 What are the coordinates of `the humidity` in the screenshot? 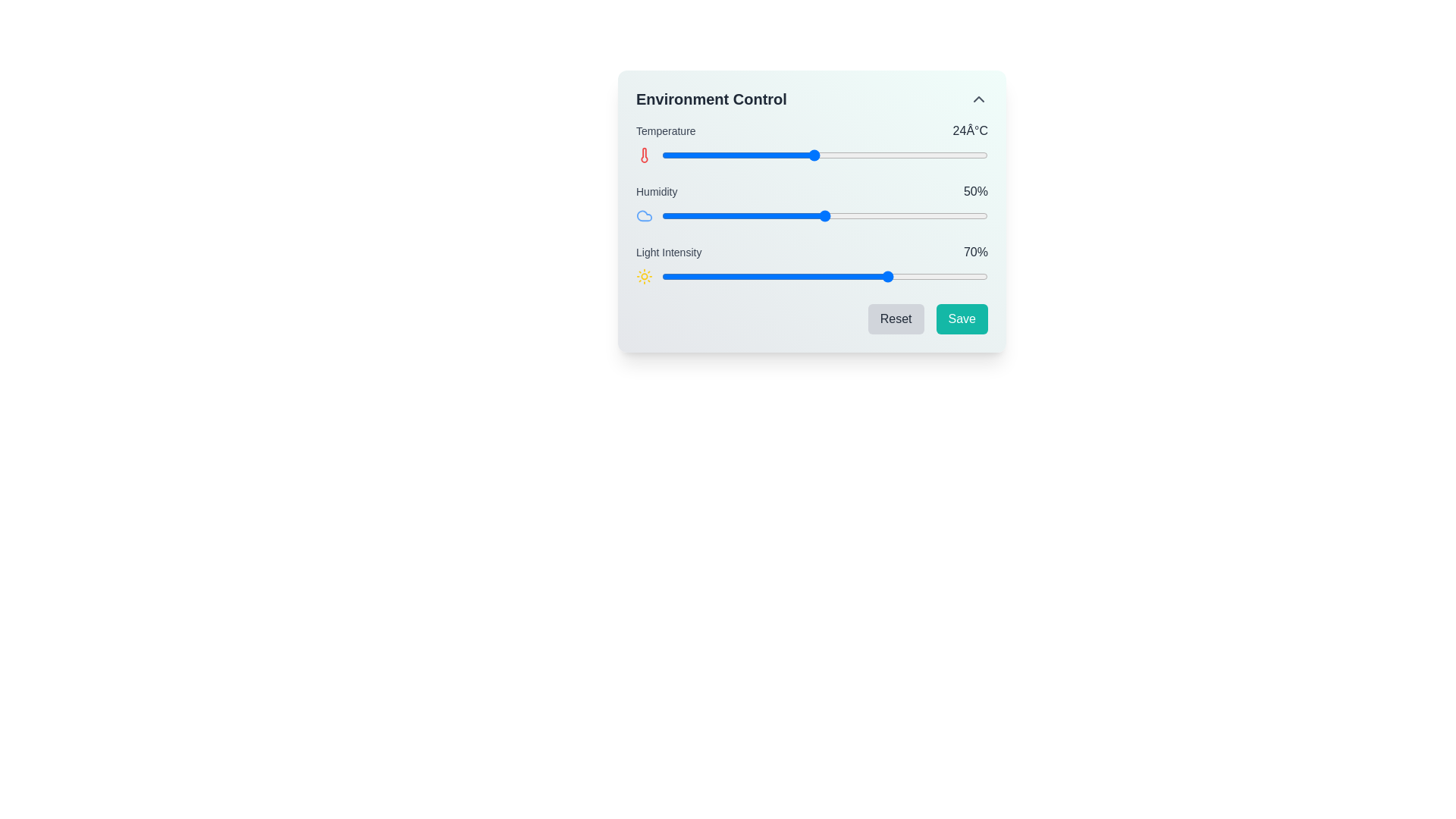 It's located at (674, 216).